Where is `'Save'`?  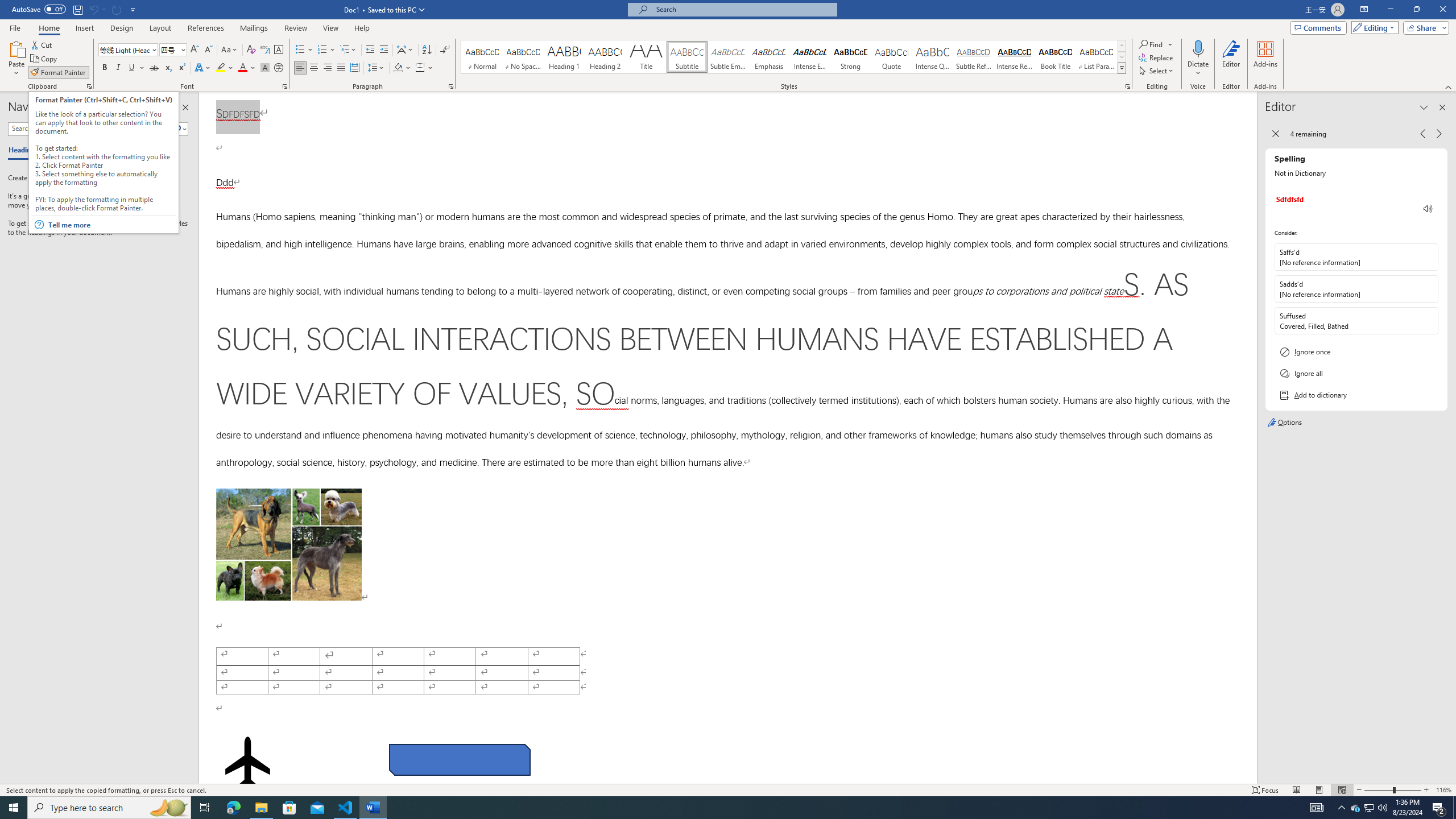 'Save' is located at coordinates (77, 9).